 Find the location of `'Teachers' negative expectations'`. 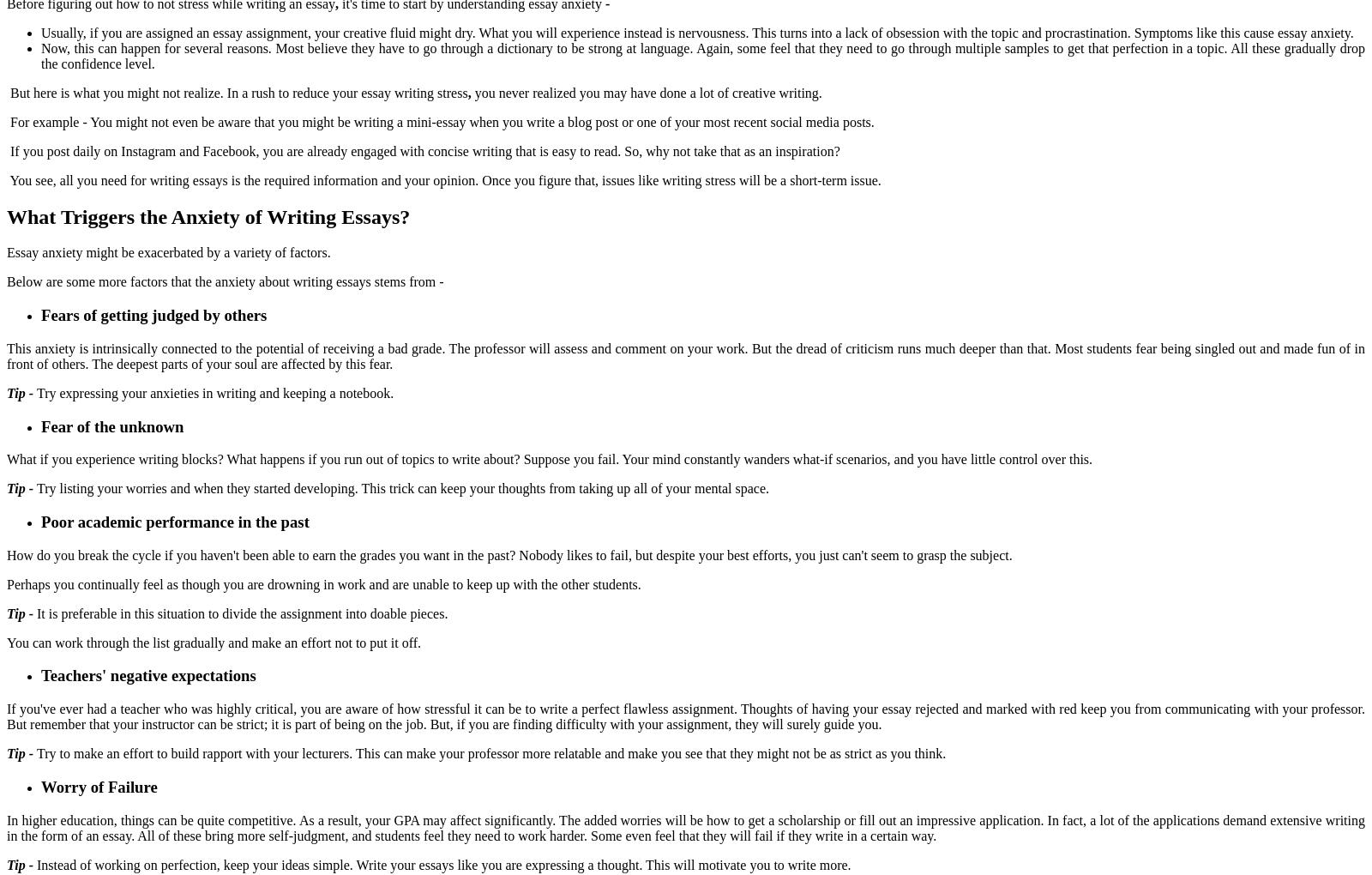

'Teachers' negative expectations' is located at coordinates (149, 674).